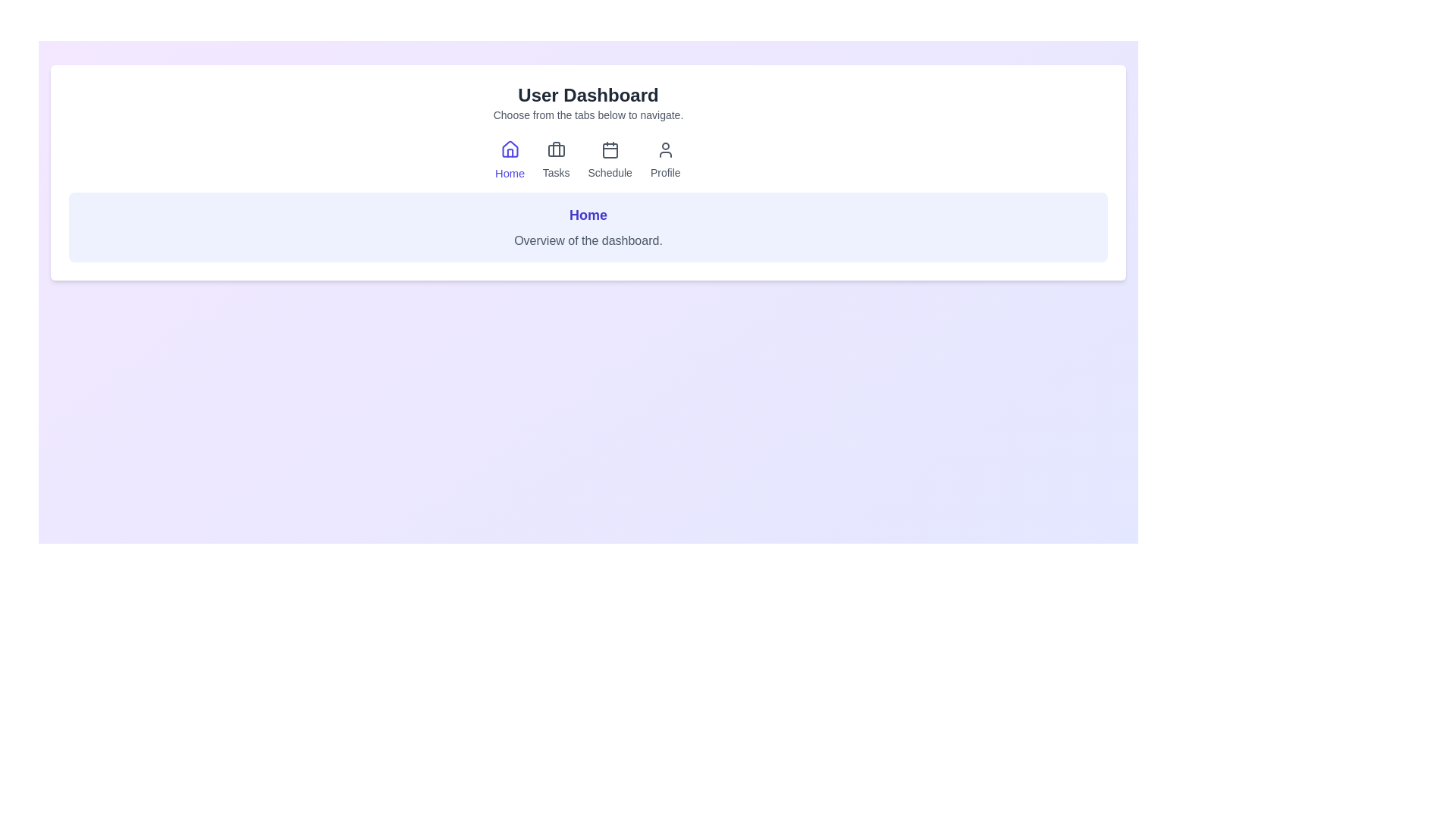 This screenshot has height=819, width=1456. Describe the element at coordinates (510, 149) in the screenshot. I see `the visual style of the roof part of the house-shaped icon within the 'Home' tab of the navigation bar` at that location.